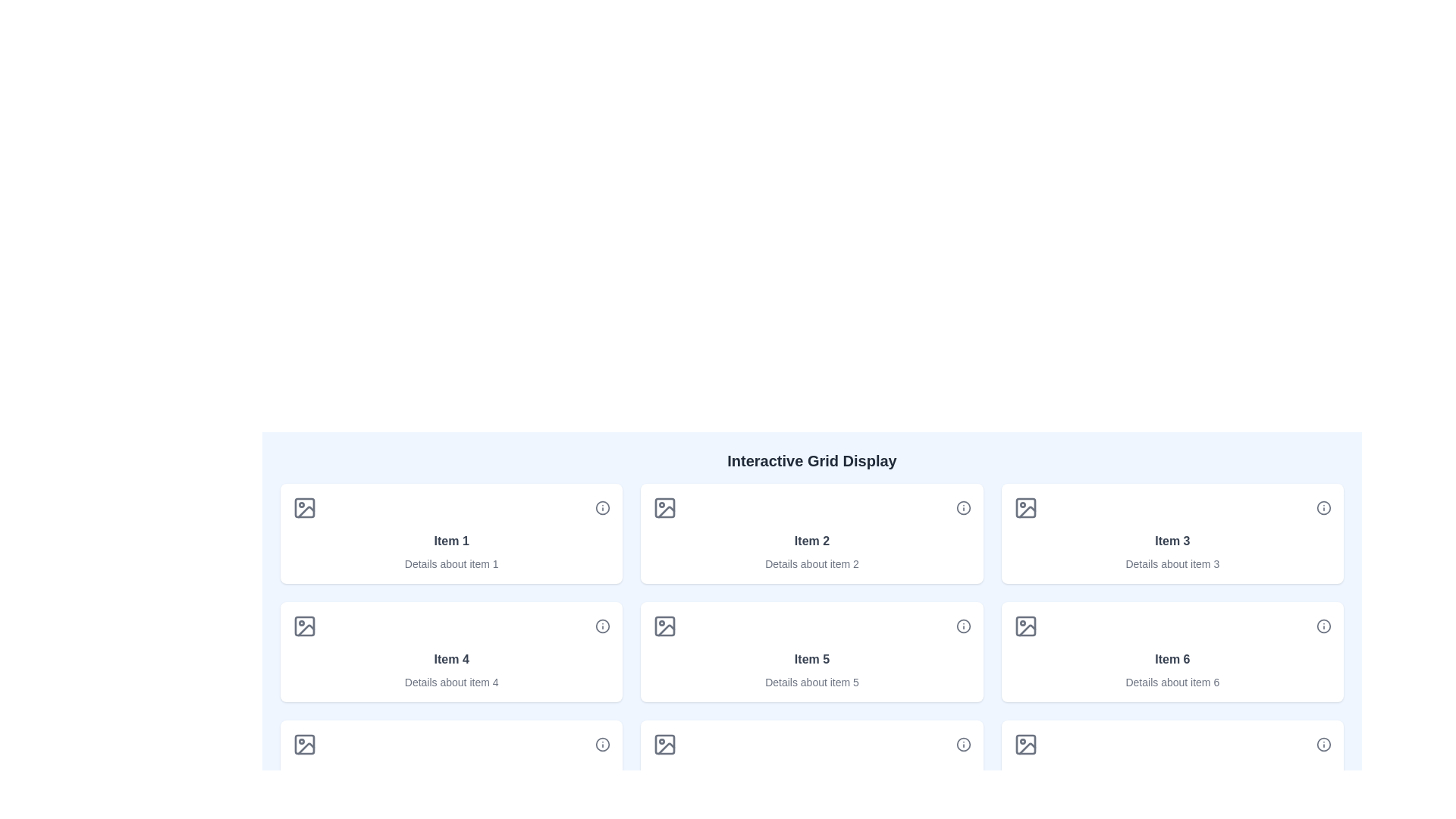  I want to click on the small rounded rectangle located inside the icon of the grid item labeled 'Item 1' in the upper-left corner, so click(304, 508).